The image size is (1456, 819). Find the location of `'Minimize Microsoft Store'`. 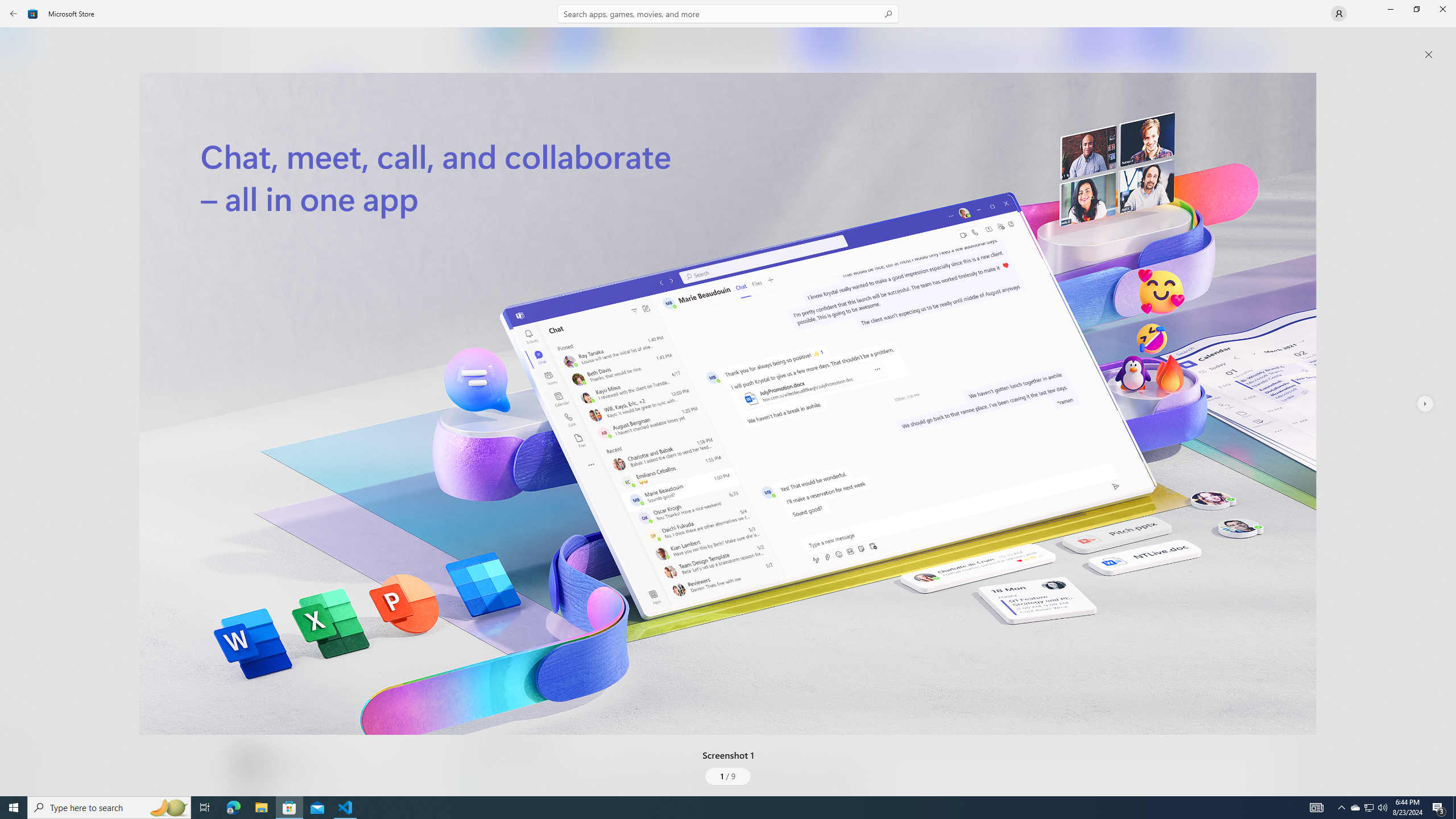

'Minimize Microsoft Store' is located at coordinates (1389, 9).